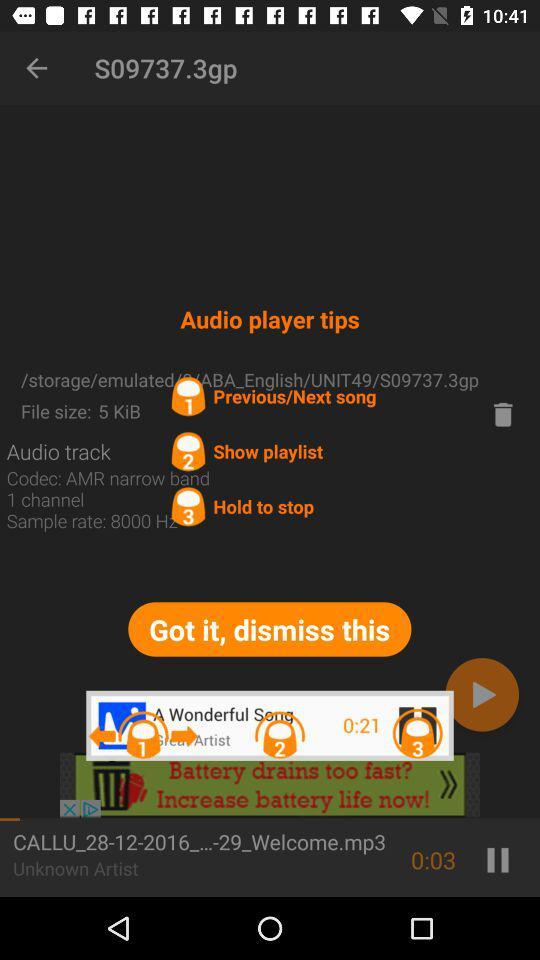 The image size is (540, 960). What do you see at coordinates (432, 859) in the screenshot?
I see `the 0:03 item` at bounding box center [432, 859].